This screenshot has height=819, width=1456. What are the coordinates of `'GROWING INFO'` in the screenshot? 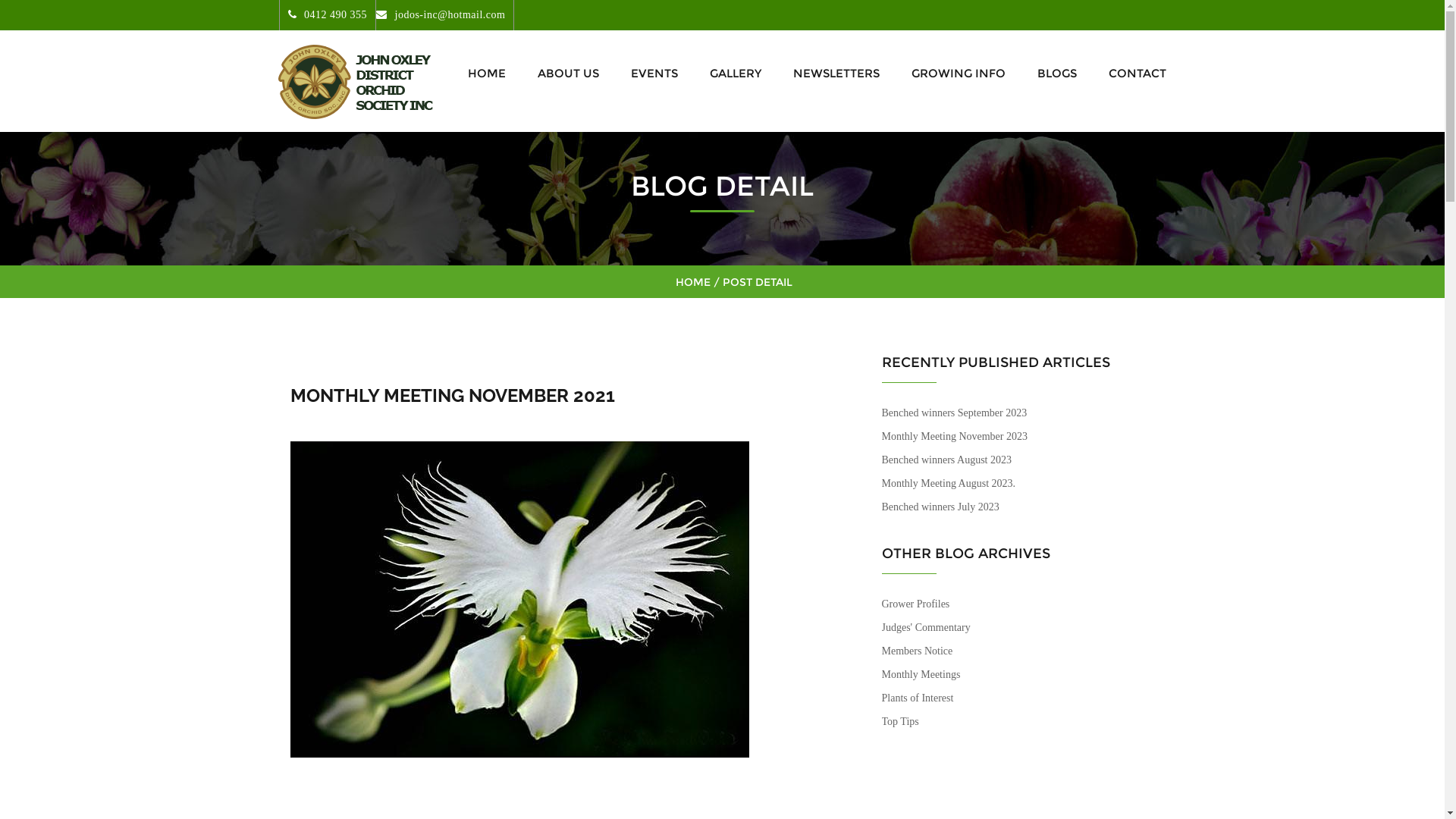 It's located at (957, 73).